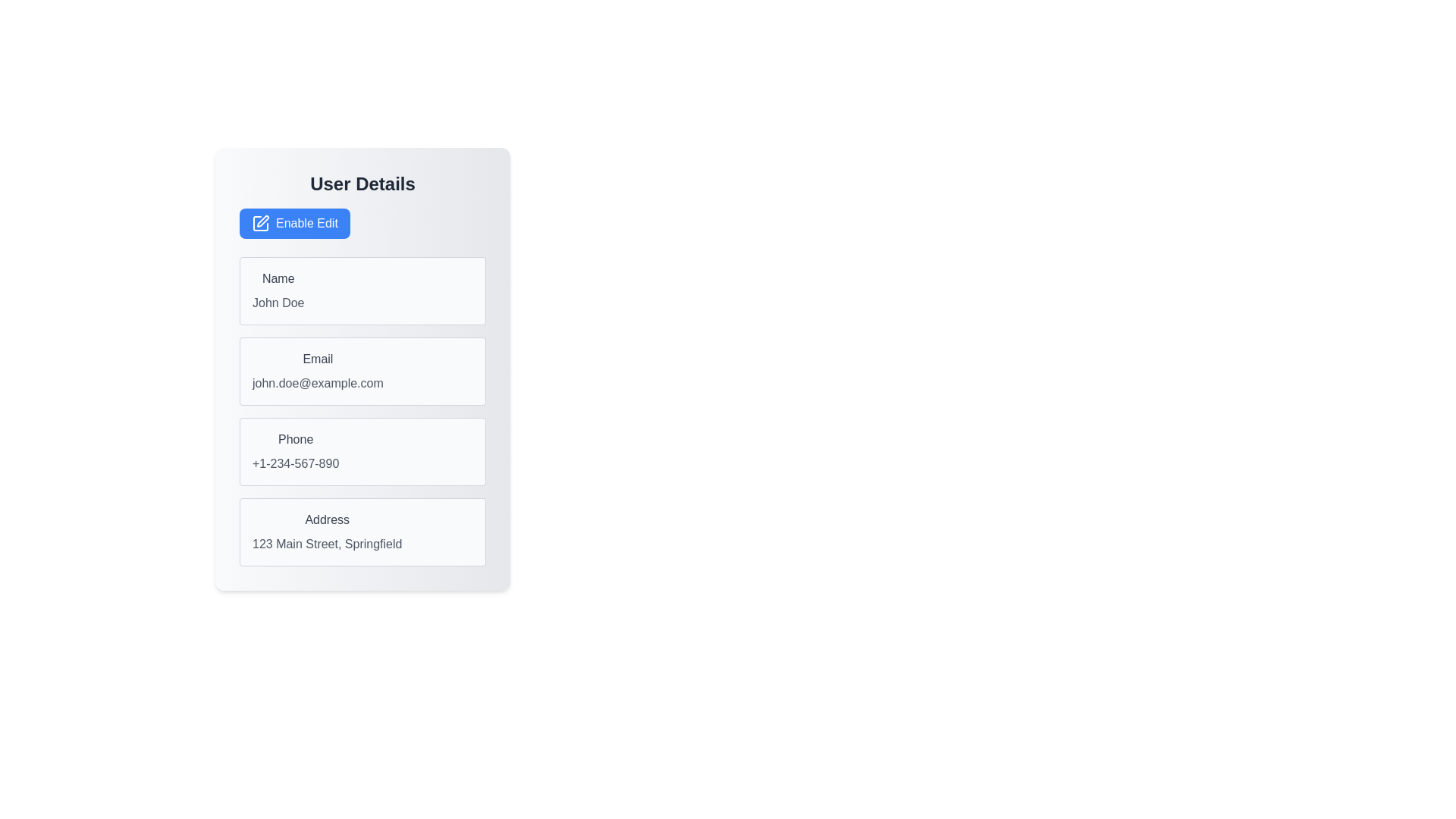 The image size is (1456, 819). Describe the element at coordinates (278, 291) in the screenshot. I see `the 'Name' text display element, which consists of 'Name' in bold and 'John Doe' in lighter gray, located in the upper left of the user information panel` at that location.